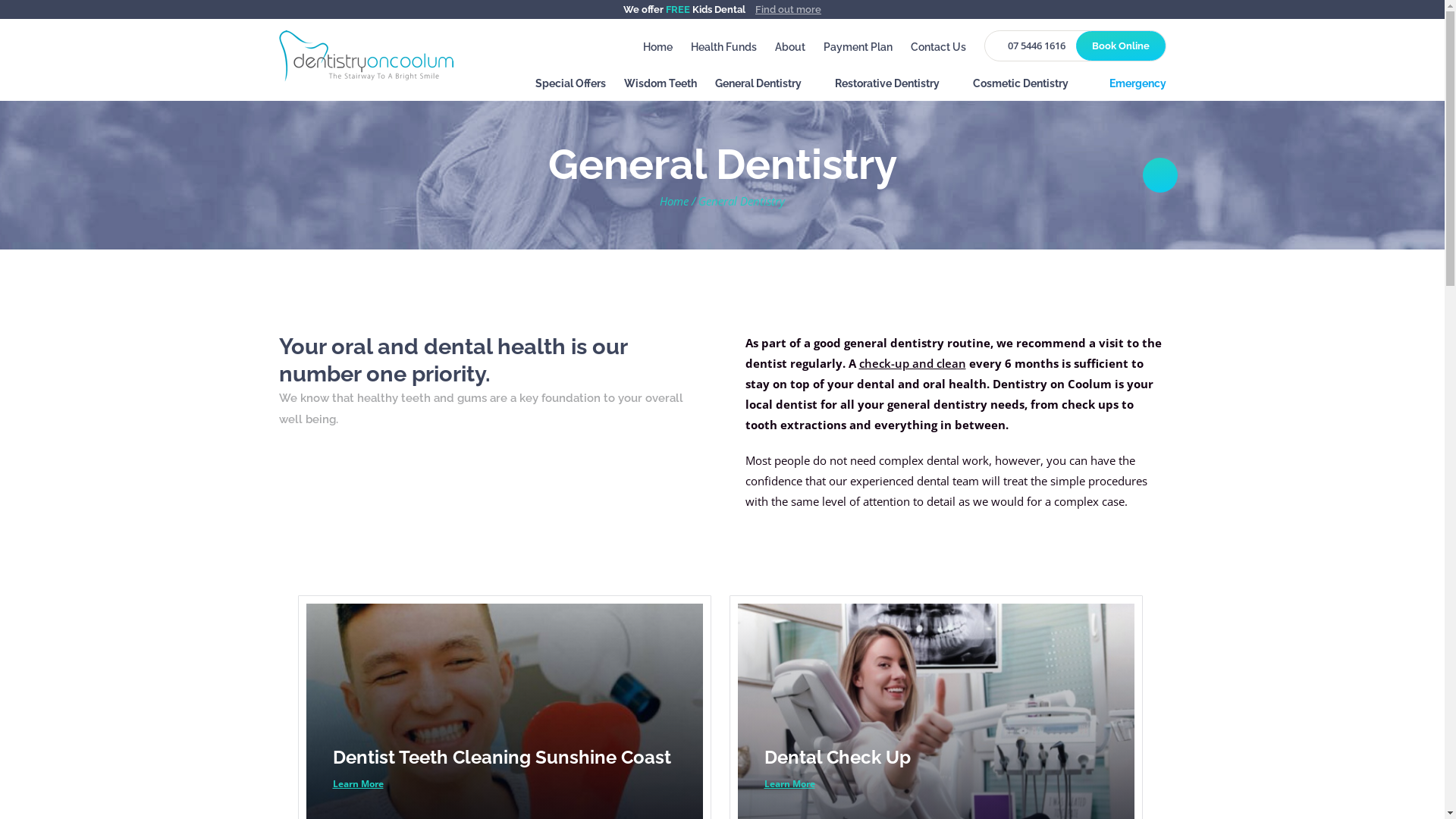 This screenshot has height=819, width=1456. Describe the element at coordinates (659, 87) in the screenshot. I see `'Wisdom Teeth'` at that location.